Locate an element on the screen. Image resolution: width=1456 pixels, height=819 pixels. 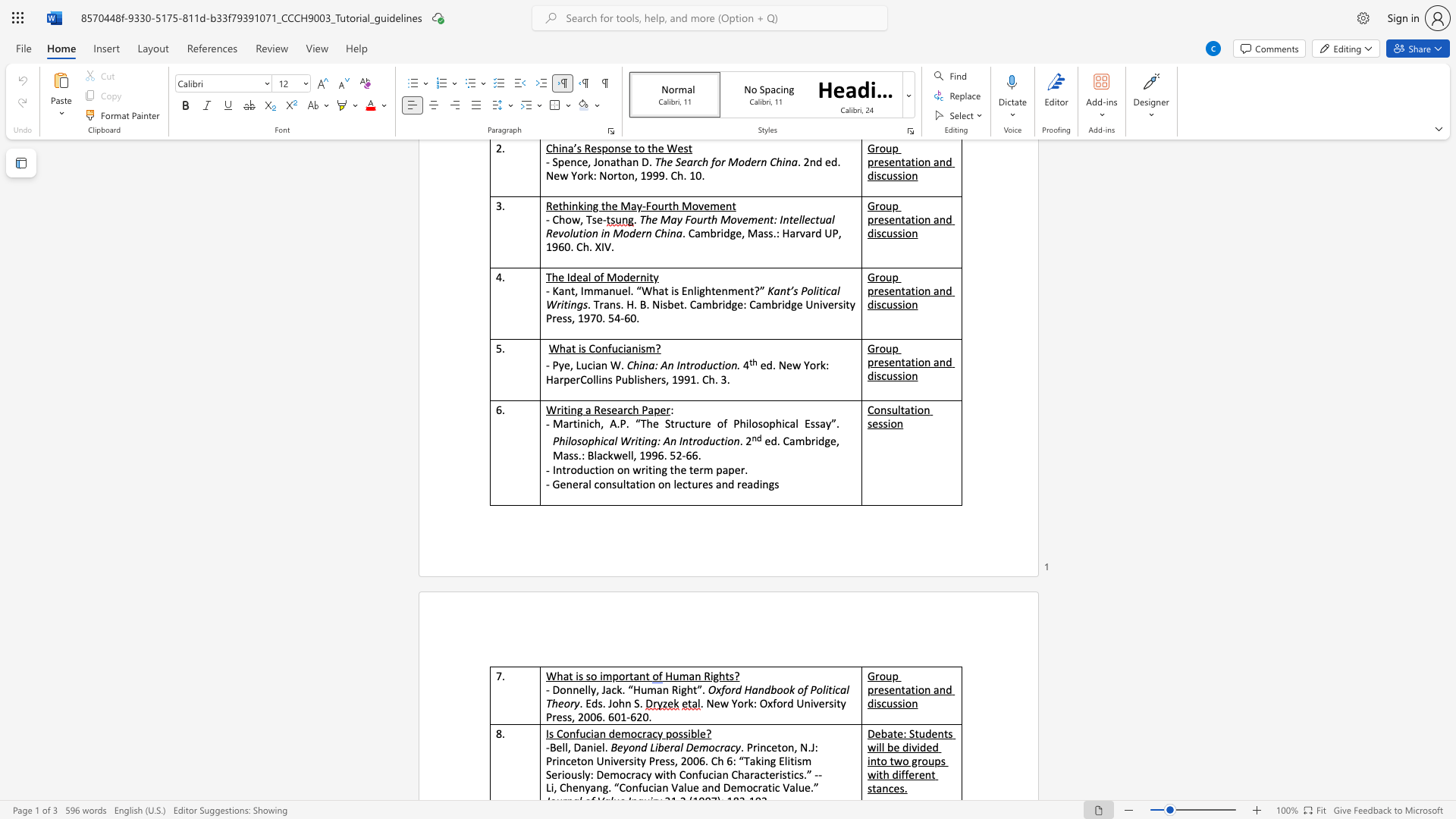
the subset text "nsultation s" within the text "Consultation session" is located at coordinates (880, 409).